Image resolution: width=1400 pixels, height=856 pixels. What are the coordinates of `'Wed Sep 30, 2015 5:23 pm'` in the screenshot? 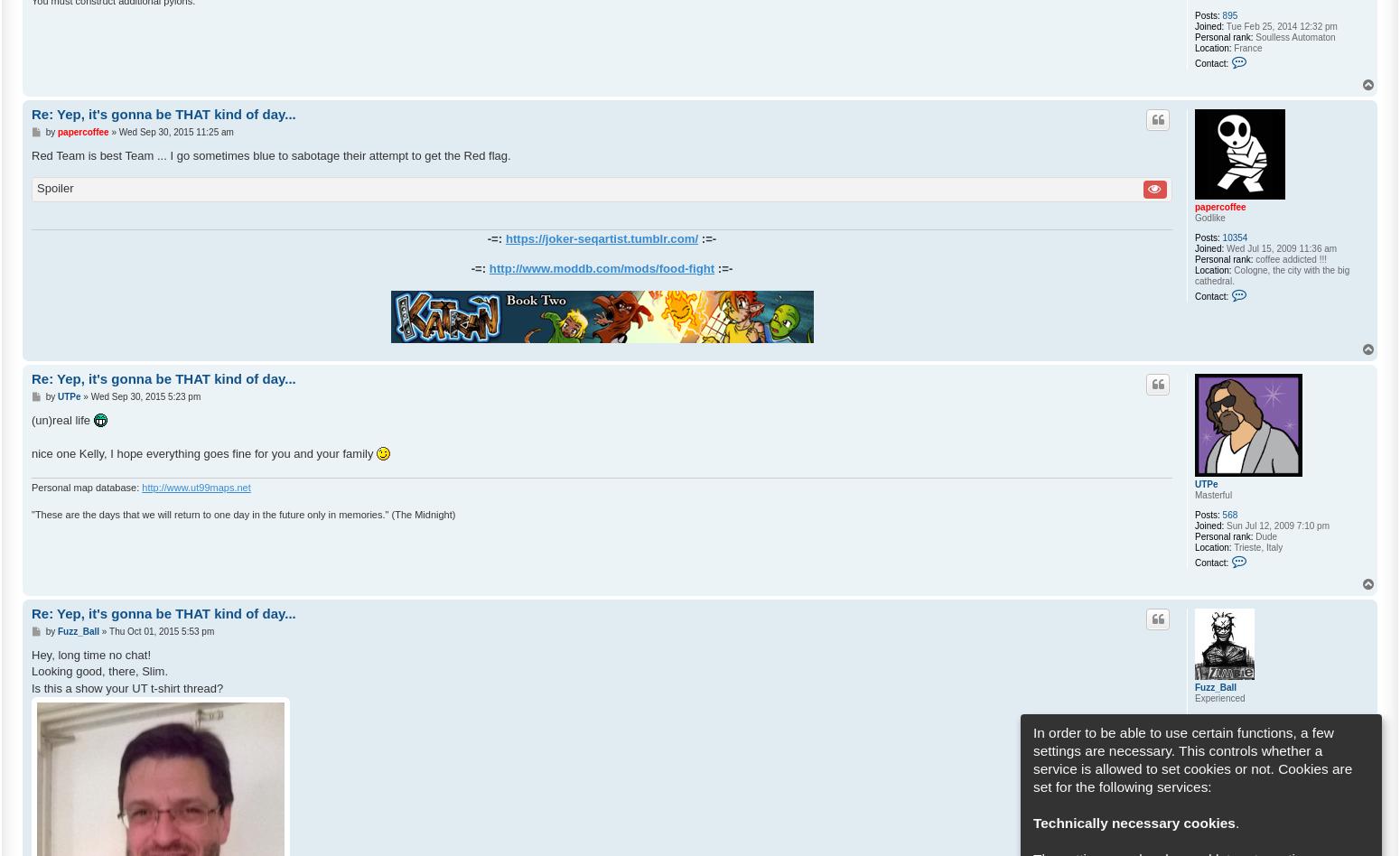 It's located at (145, 395).